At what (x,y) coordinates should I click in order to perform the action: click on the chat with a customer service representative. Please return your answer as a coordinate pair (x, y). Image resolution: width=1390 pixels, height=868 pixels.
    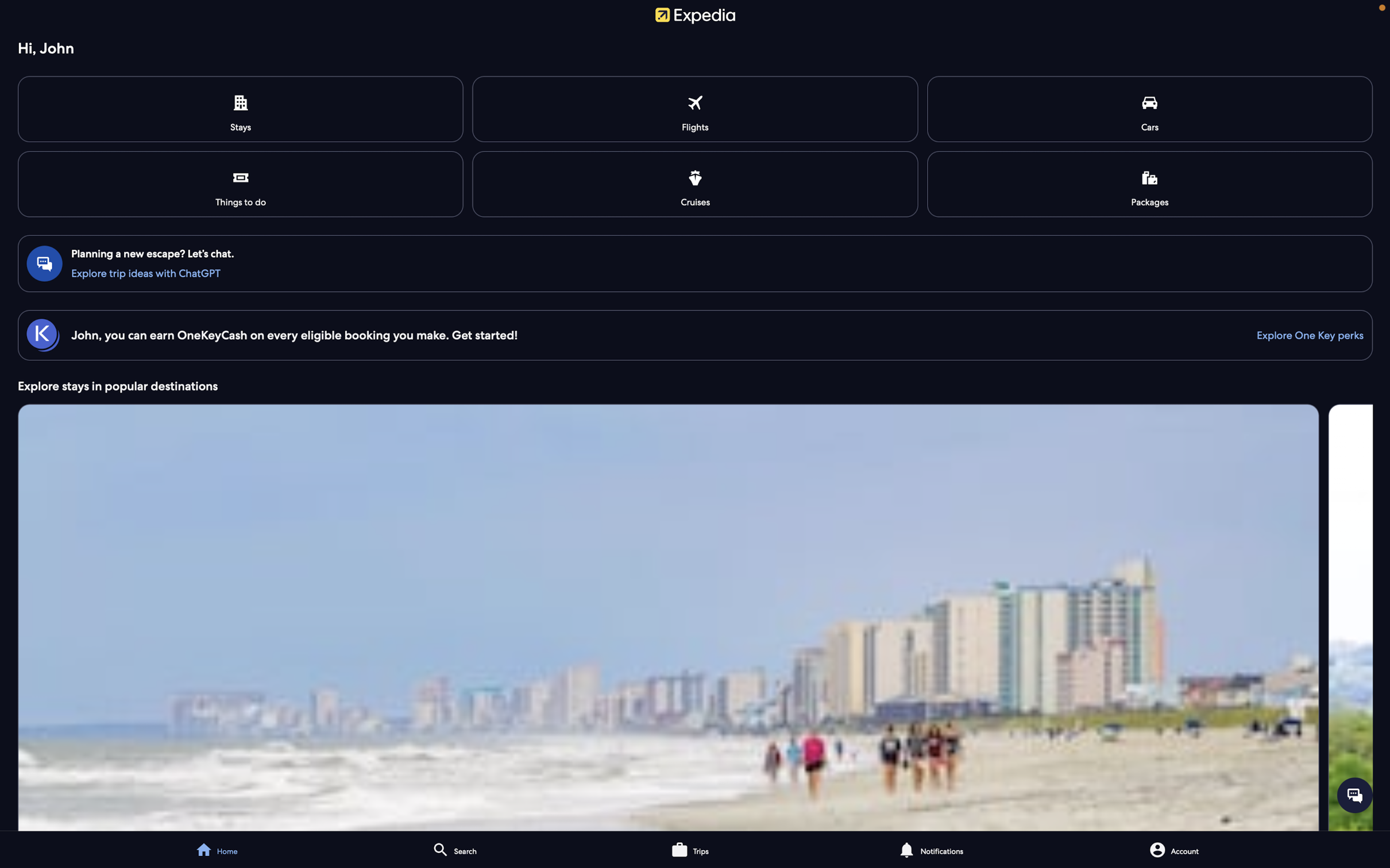
    Looking at the image, I should click on (1354, 794).